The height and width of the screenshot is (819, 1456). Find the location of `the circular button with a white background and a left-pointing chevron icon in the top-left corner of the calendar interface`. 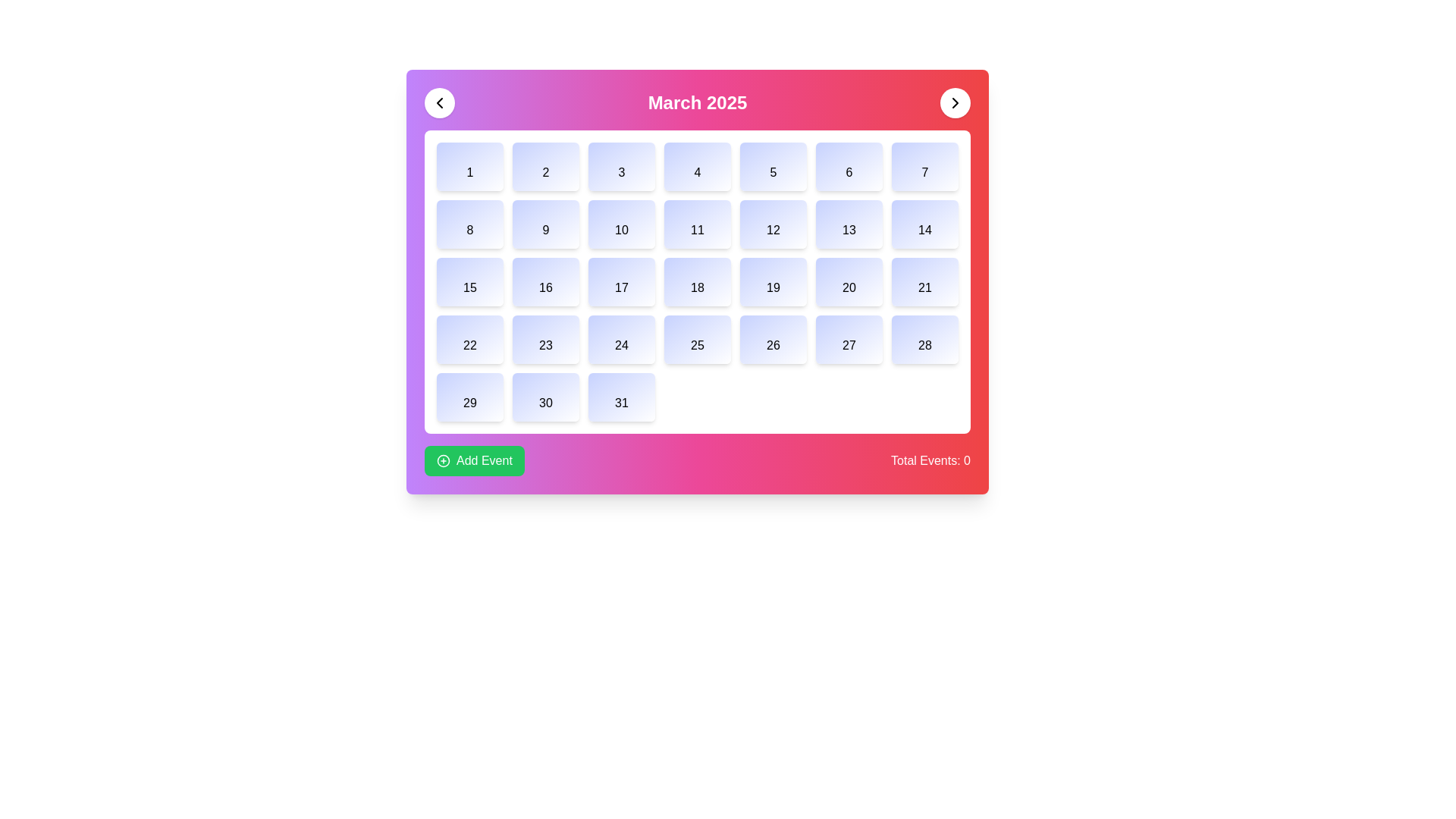

the circular button with a white background and a left-pointing chevron icon in the top-left corner of the calendar interface is located at coordinates (439, 102).